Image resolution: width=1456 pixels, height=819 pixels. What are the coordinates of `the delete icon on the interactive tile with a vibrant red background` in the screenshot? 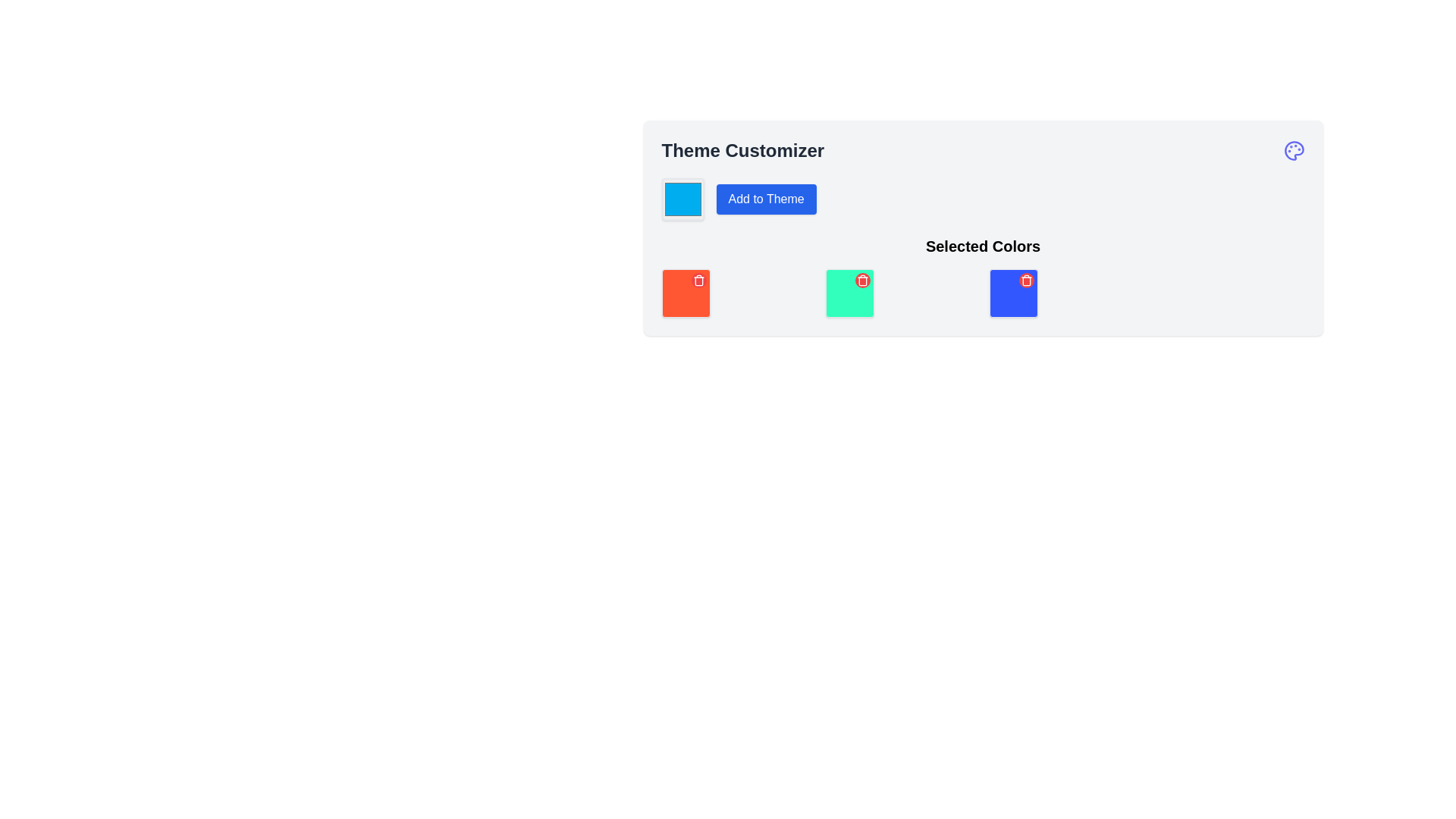 It's located at (685, 293).